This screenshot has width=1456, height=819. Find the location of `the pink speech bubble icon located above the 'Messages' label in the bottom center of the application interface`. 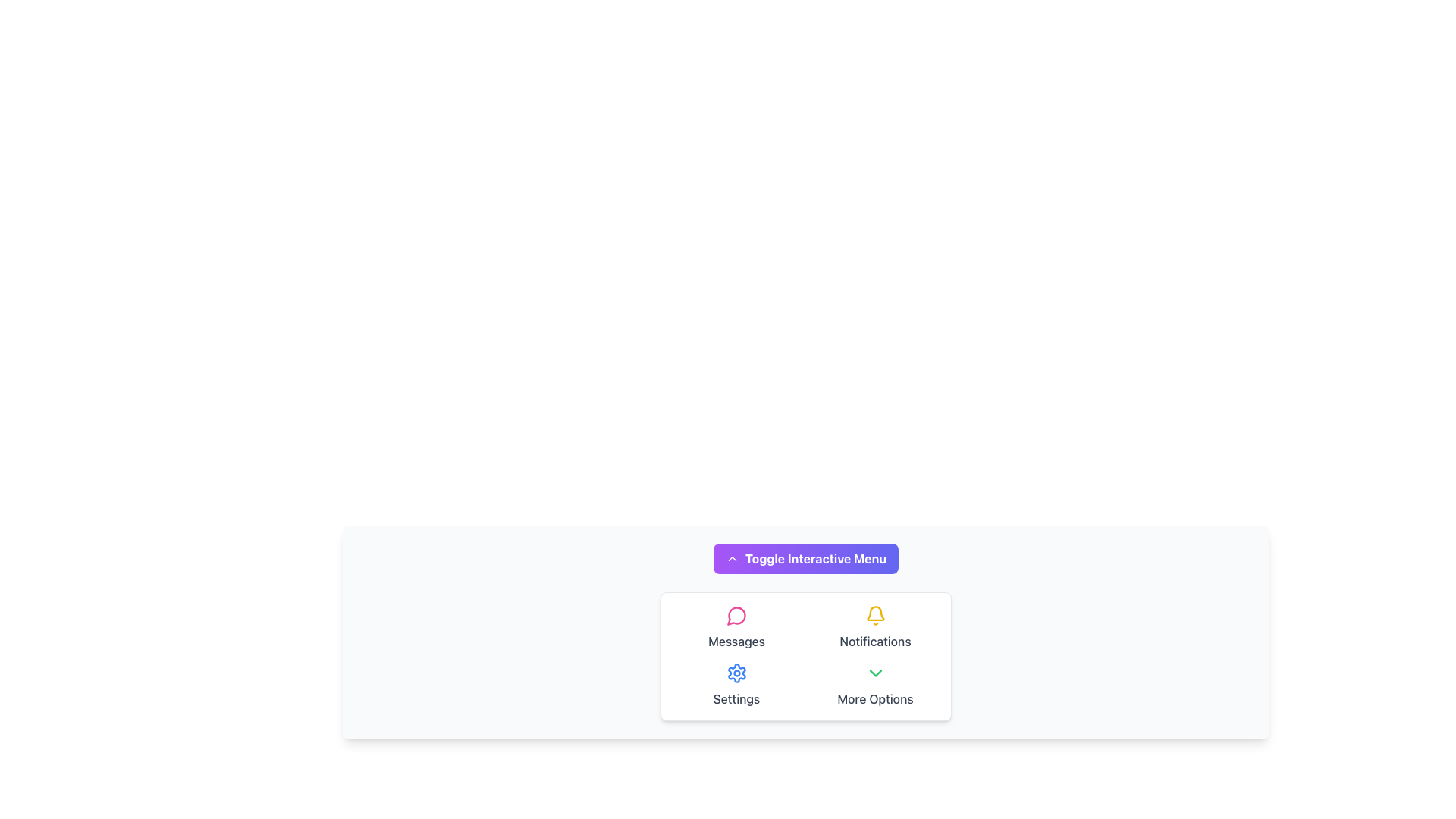

the pink speech bubble icon located above the 'Messages' label in the bottom center of the application interface is located at coordinates (736, 616).